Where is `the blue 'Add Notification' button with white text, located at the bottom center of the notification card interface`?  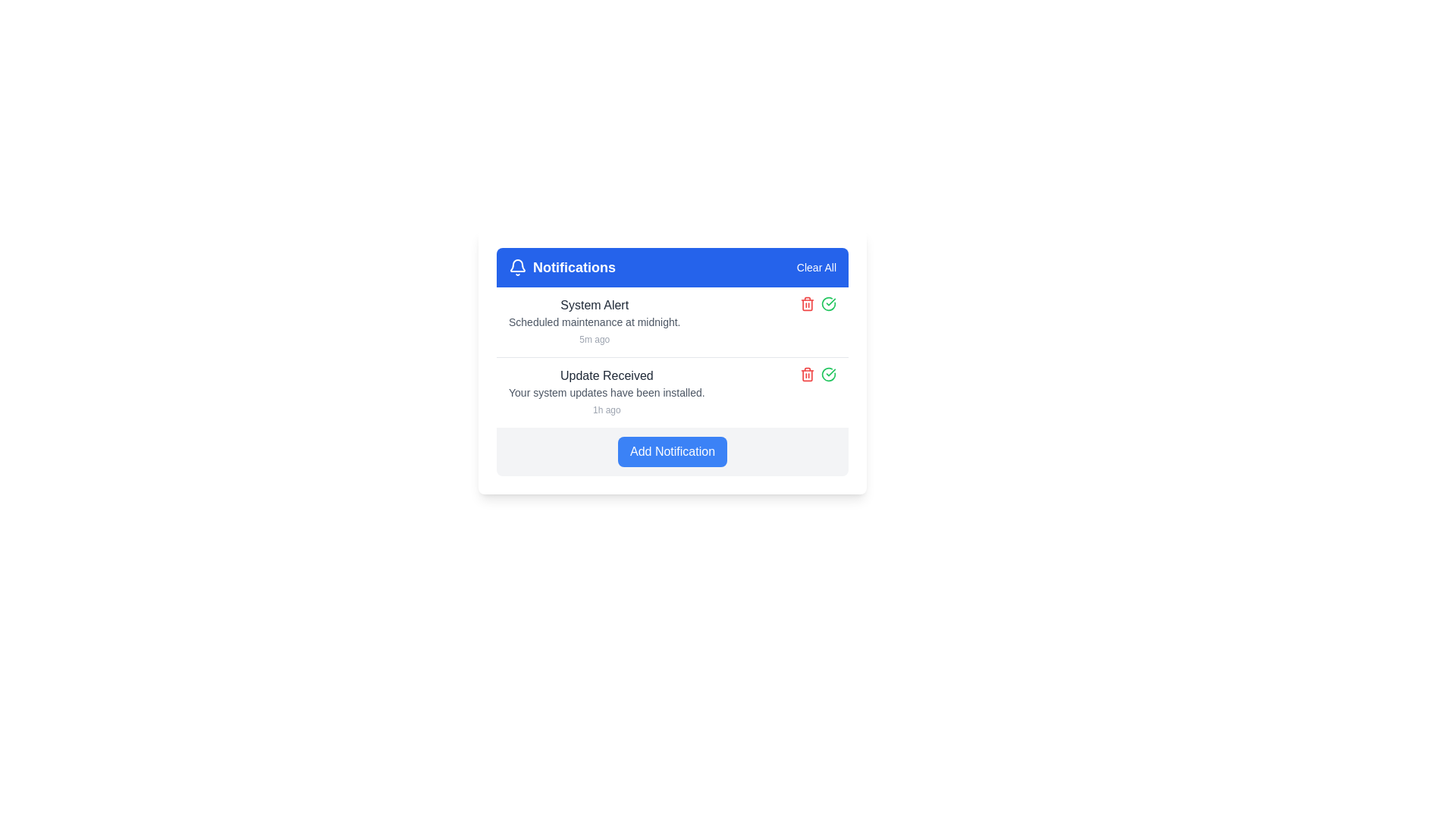 the blue 'Add Notification' button with white text, located at the bottom center of the notification card interface is located at coordinates (672, 451).